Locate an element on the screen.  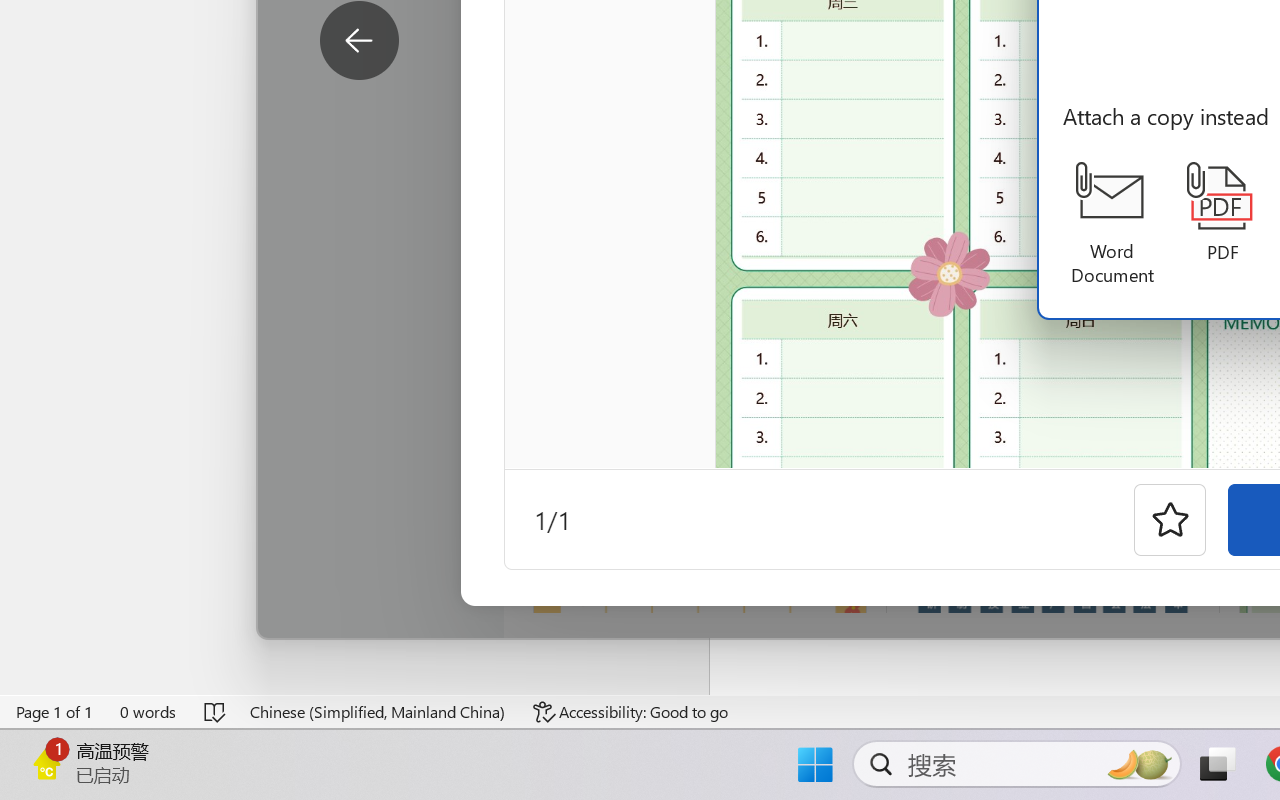
'Language Chinese (Simplified, Mainland China)' is located at coordinates (378, 711).